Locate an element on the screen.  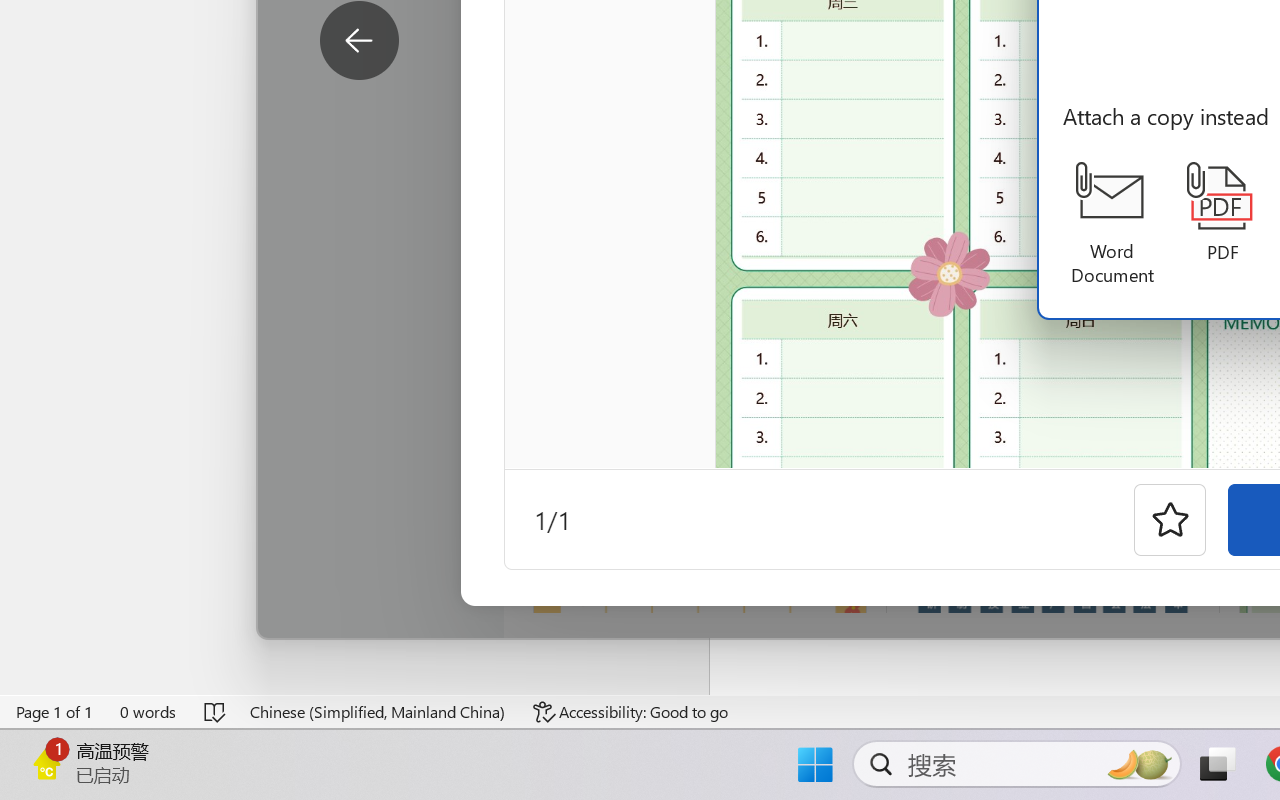
'Language Chinese (Simplified, Mainland China)' is located at coordinates (378, 711).